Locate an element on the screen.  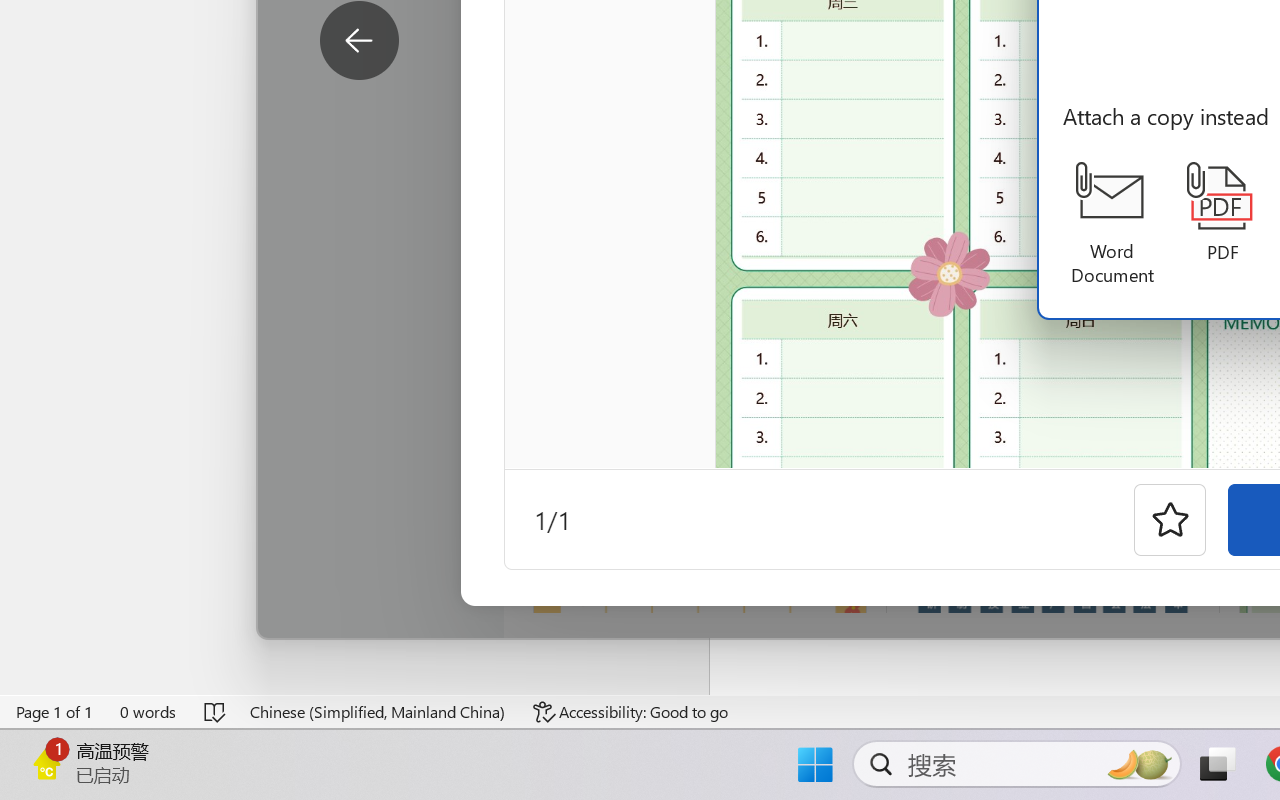
'Language Chinese (Simplified, Mainland China)' is located at coordinates (378, 711).